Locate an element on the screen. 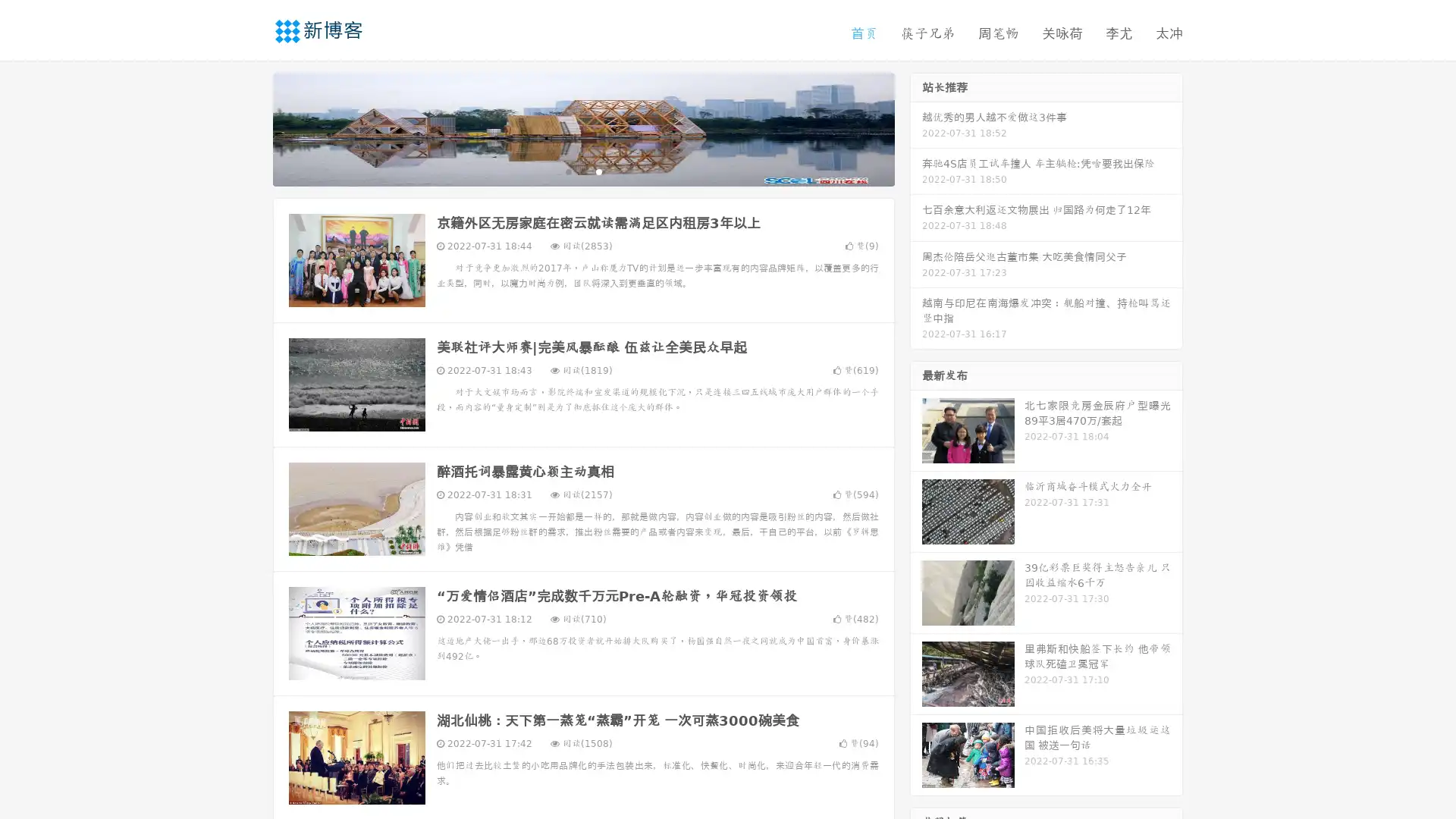  Next slide is located at coordinates (916, 127).